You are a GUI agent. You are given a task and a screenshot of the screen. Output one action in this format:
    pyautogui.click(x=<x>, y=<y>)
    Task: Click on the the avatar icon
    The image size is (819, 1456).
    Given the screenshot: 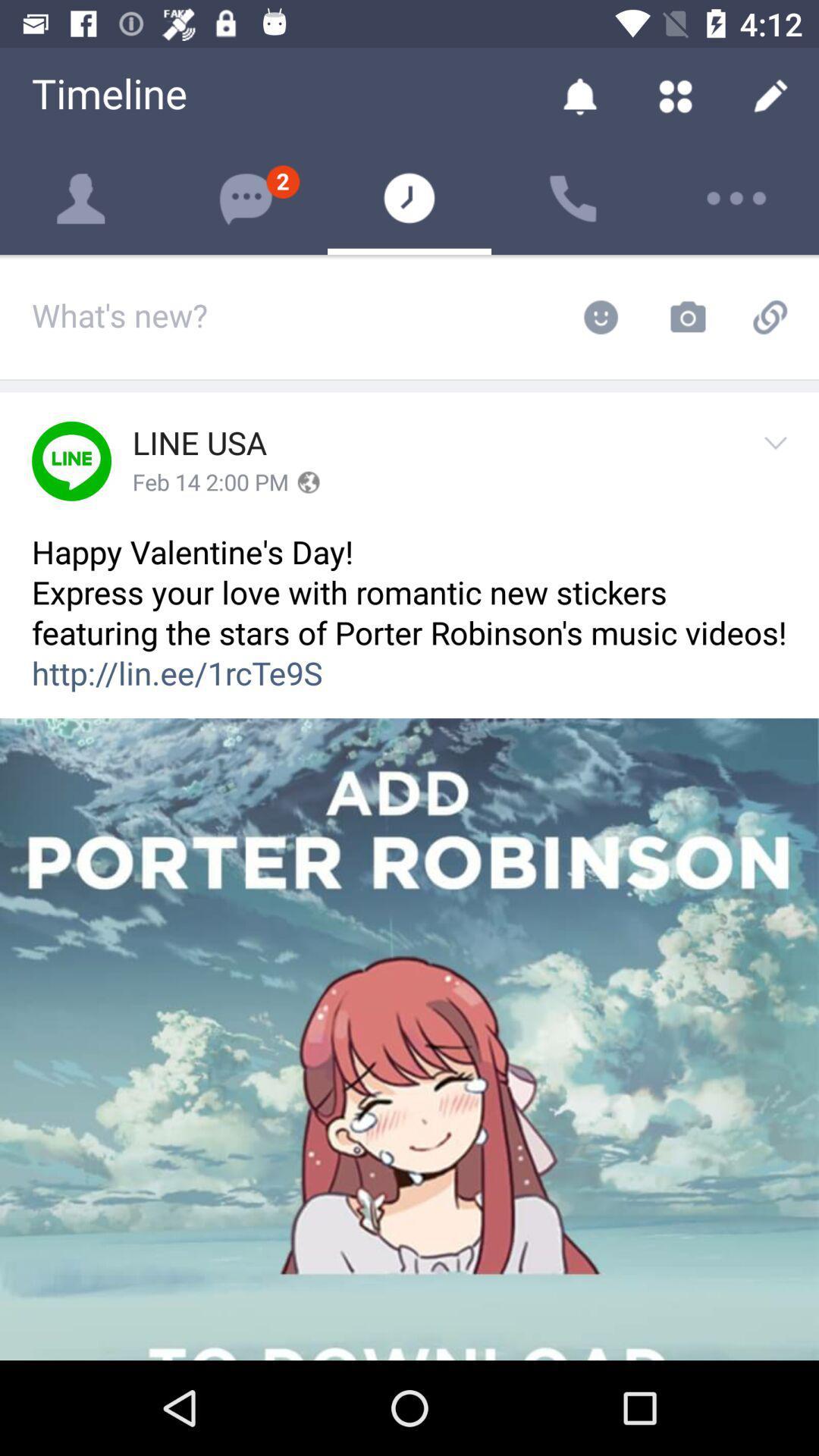 What is the action you would take?
    pyautogui.click(x=82, y=198)
    